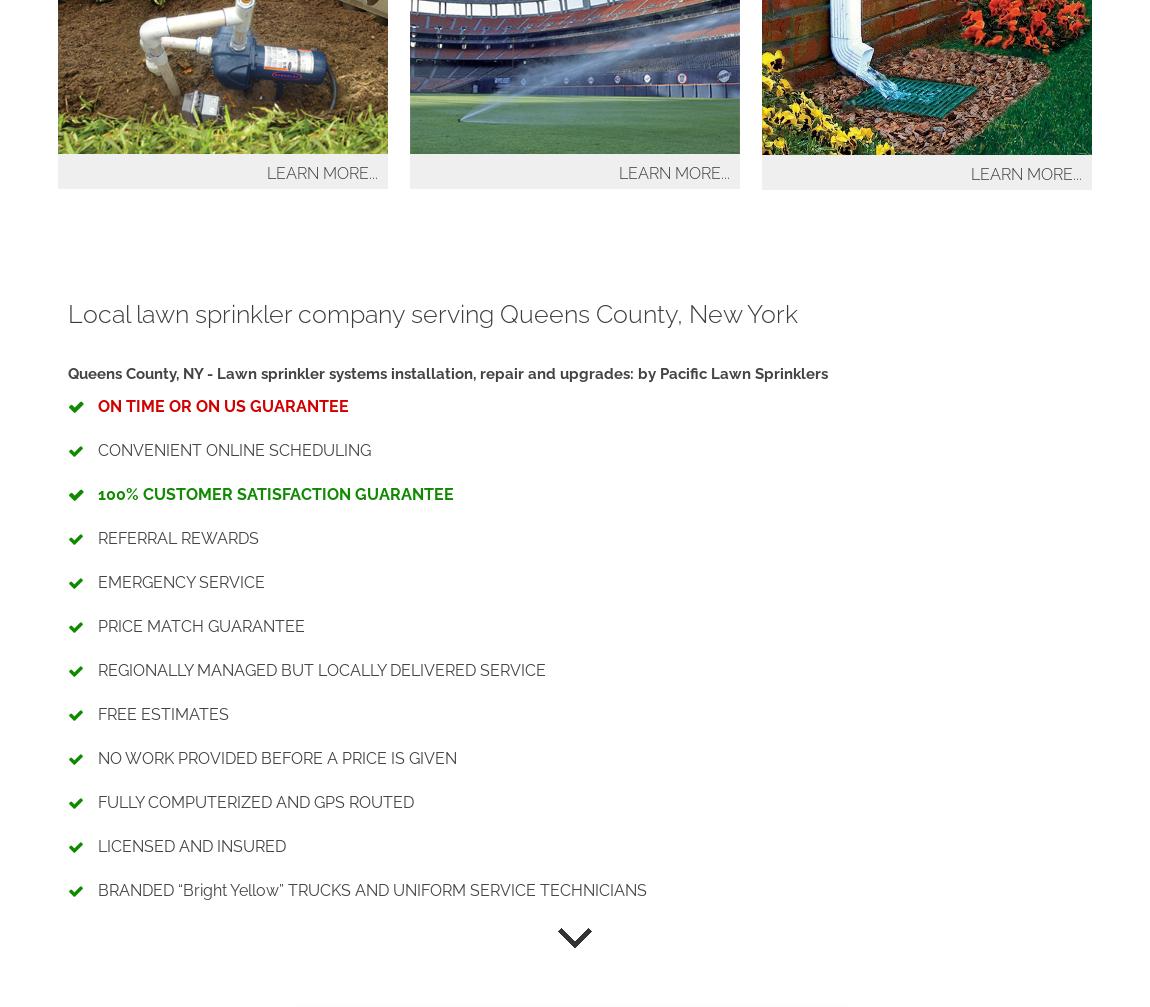  I want to click on 'FREE ESTIMATES', so click(161, 713).